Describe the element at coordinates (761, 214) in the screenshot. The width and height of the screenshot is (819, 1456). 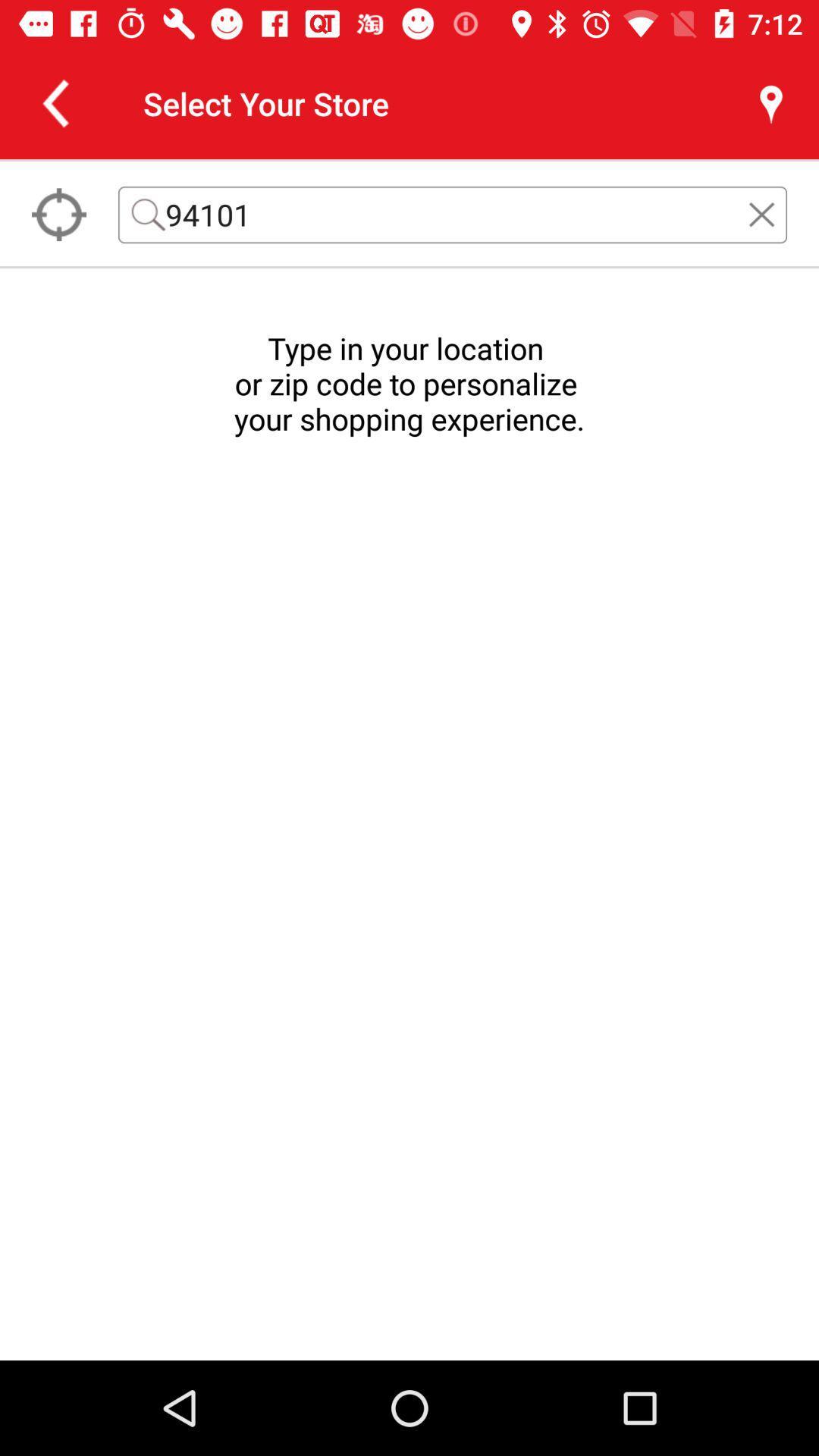
I see `the close icon` at that location.